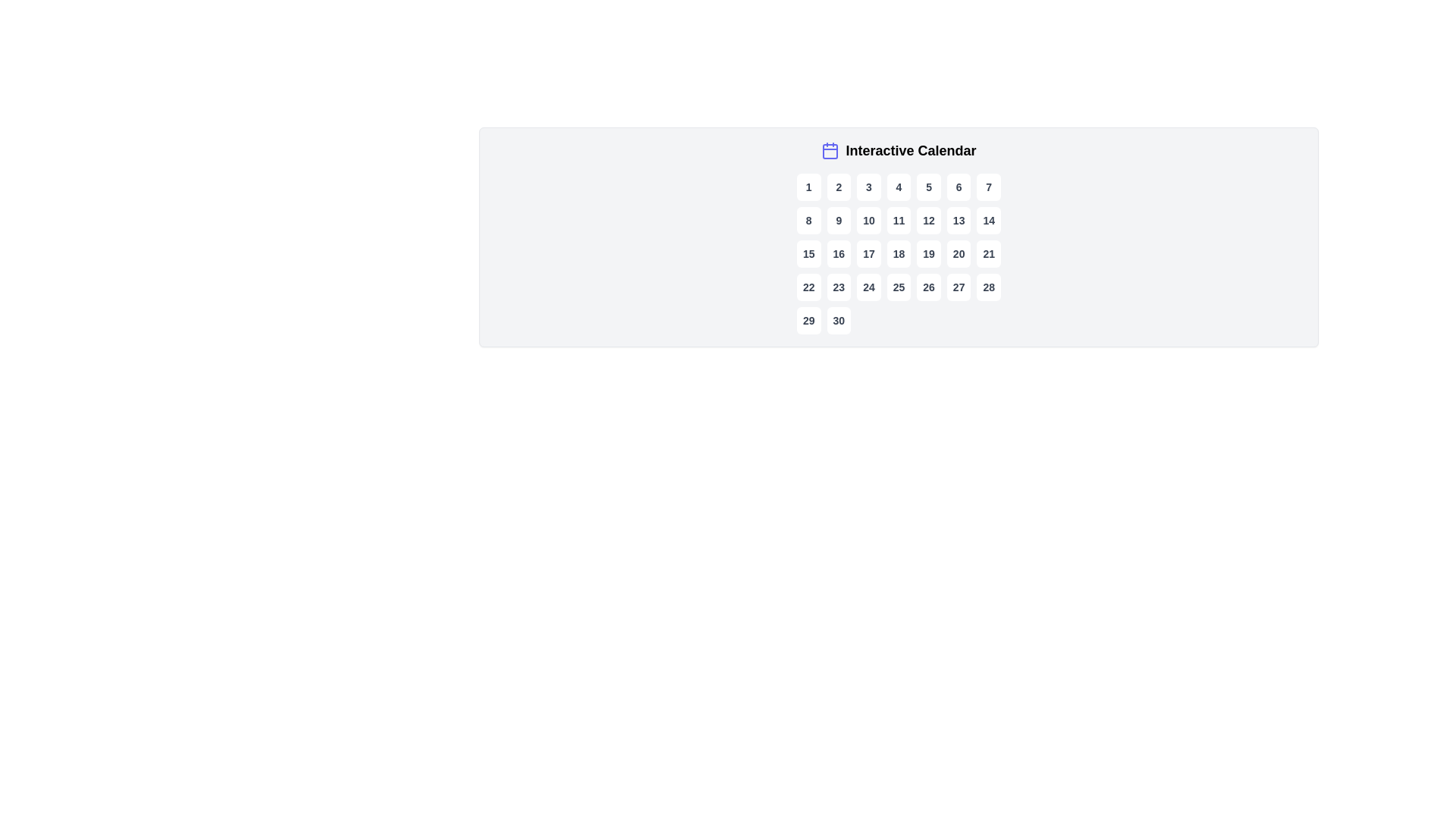  What do you see at coordinates (808, 287) in the screenshot?
I see `the rounded square button with a white background and the number '22' in bold black text, located in the fourth row and first column of the calendar grid` at bounding box center [808, 287].